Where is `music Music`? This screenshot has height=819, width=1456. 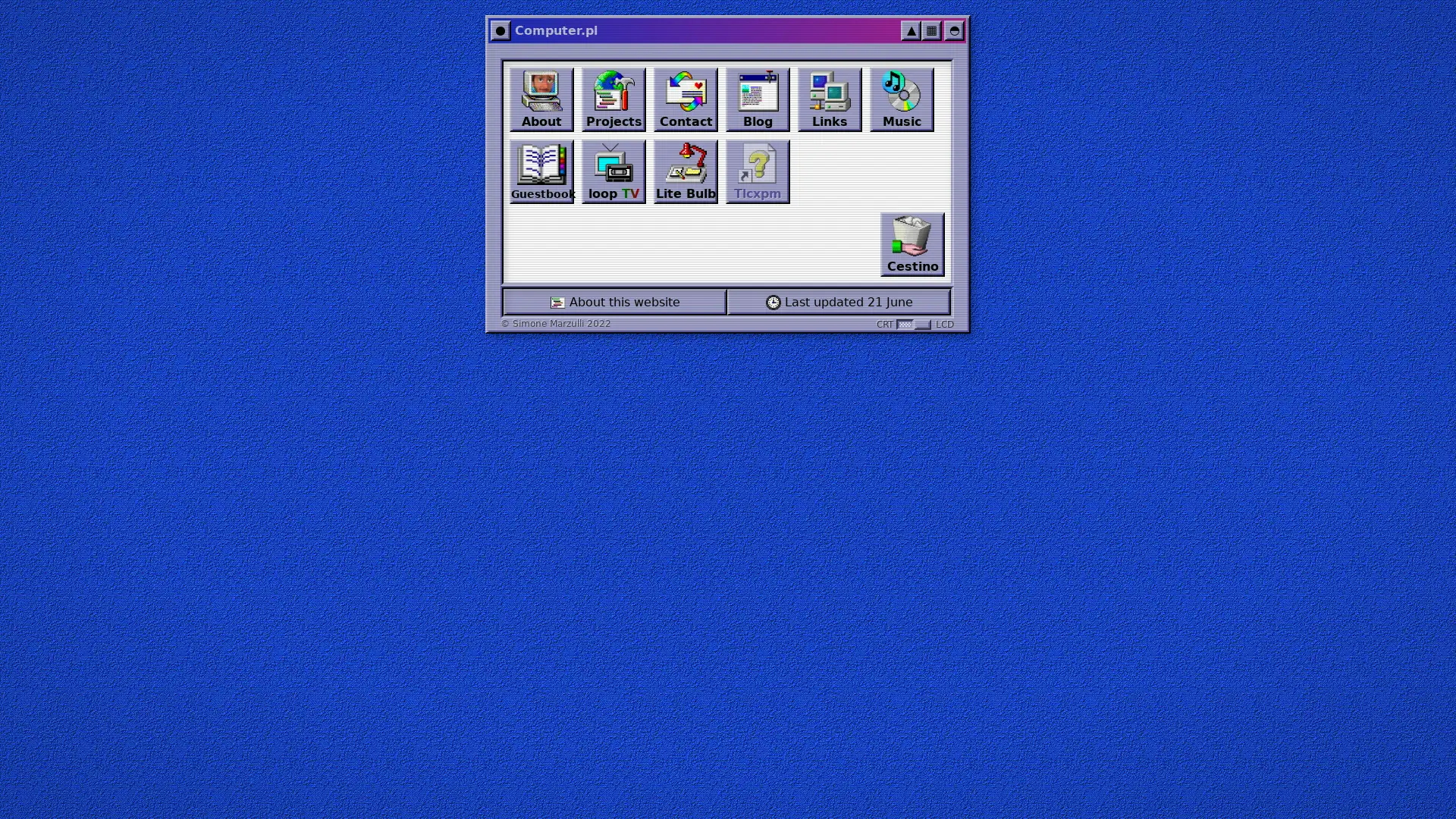 music Music is located at coordinates (902, 99).